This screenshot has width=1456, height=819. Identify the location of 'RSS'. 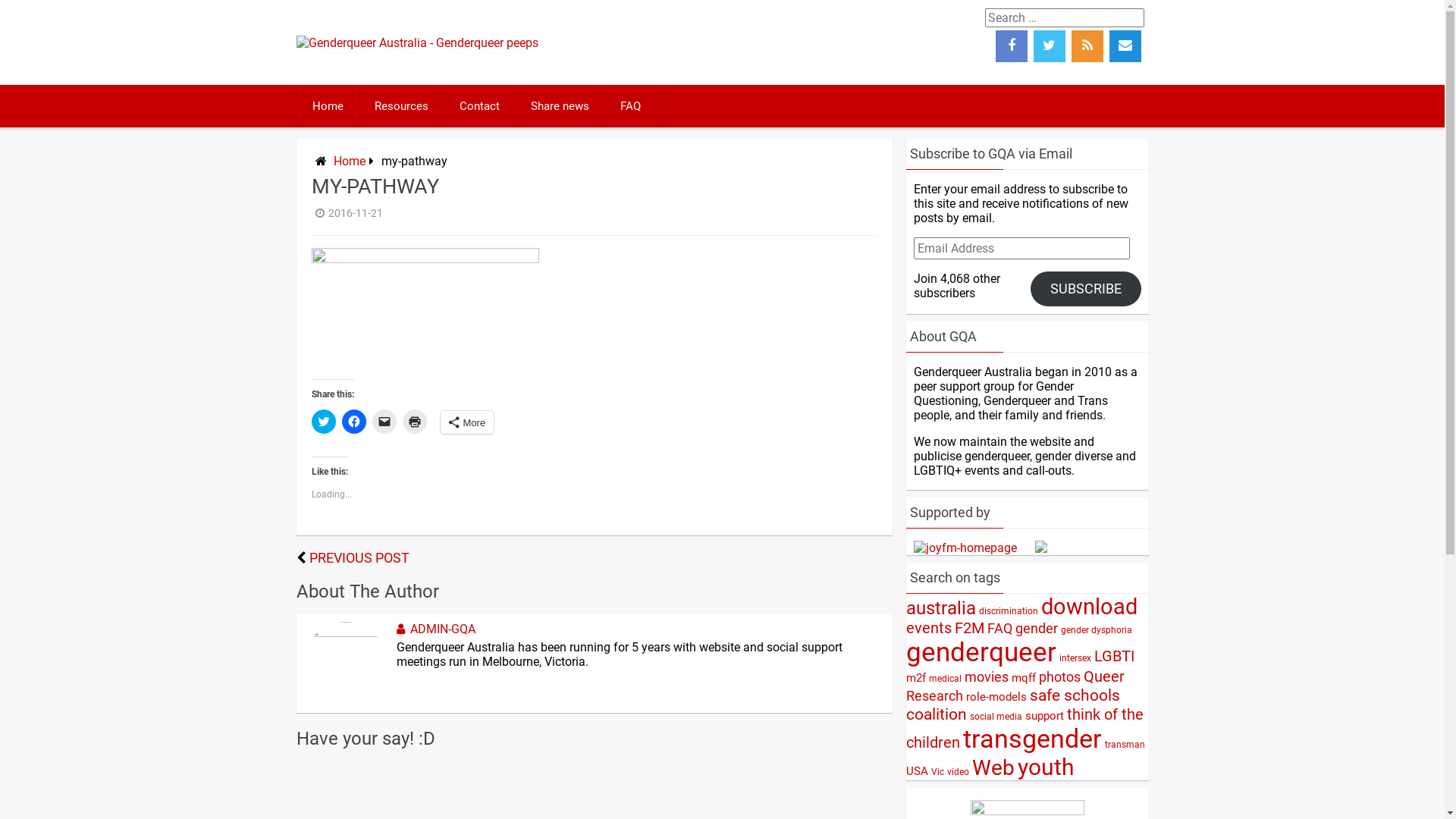
(1087, 45).